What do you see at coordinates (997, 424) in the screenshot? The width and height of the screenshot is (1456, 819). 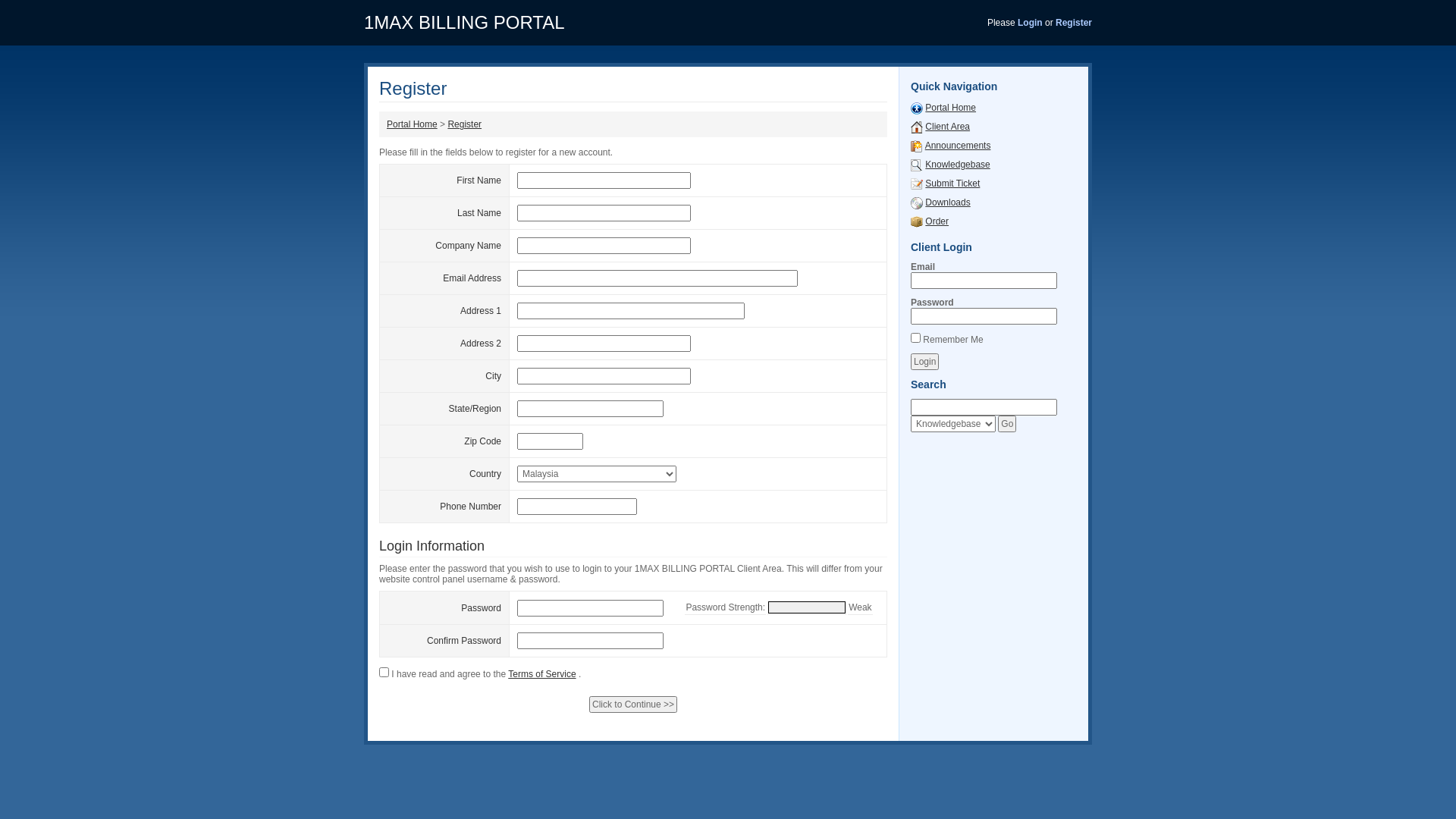 I see `'Go'` at bounding box center [997, 424].